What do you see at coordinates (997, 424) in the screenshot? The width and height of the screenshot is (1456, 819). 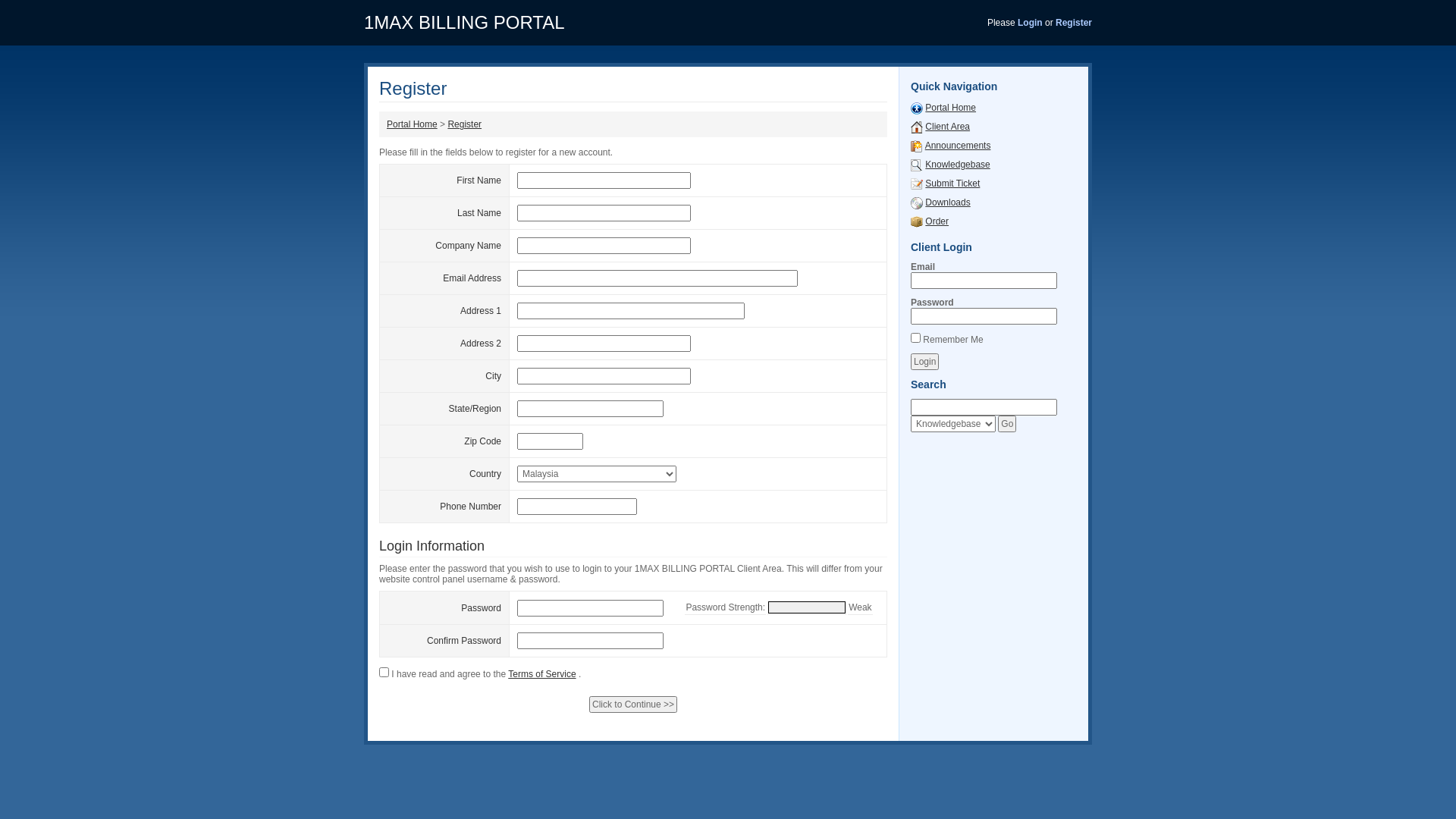 I see `'Go'` at bounding box center [997, 424].